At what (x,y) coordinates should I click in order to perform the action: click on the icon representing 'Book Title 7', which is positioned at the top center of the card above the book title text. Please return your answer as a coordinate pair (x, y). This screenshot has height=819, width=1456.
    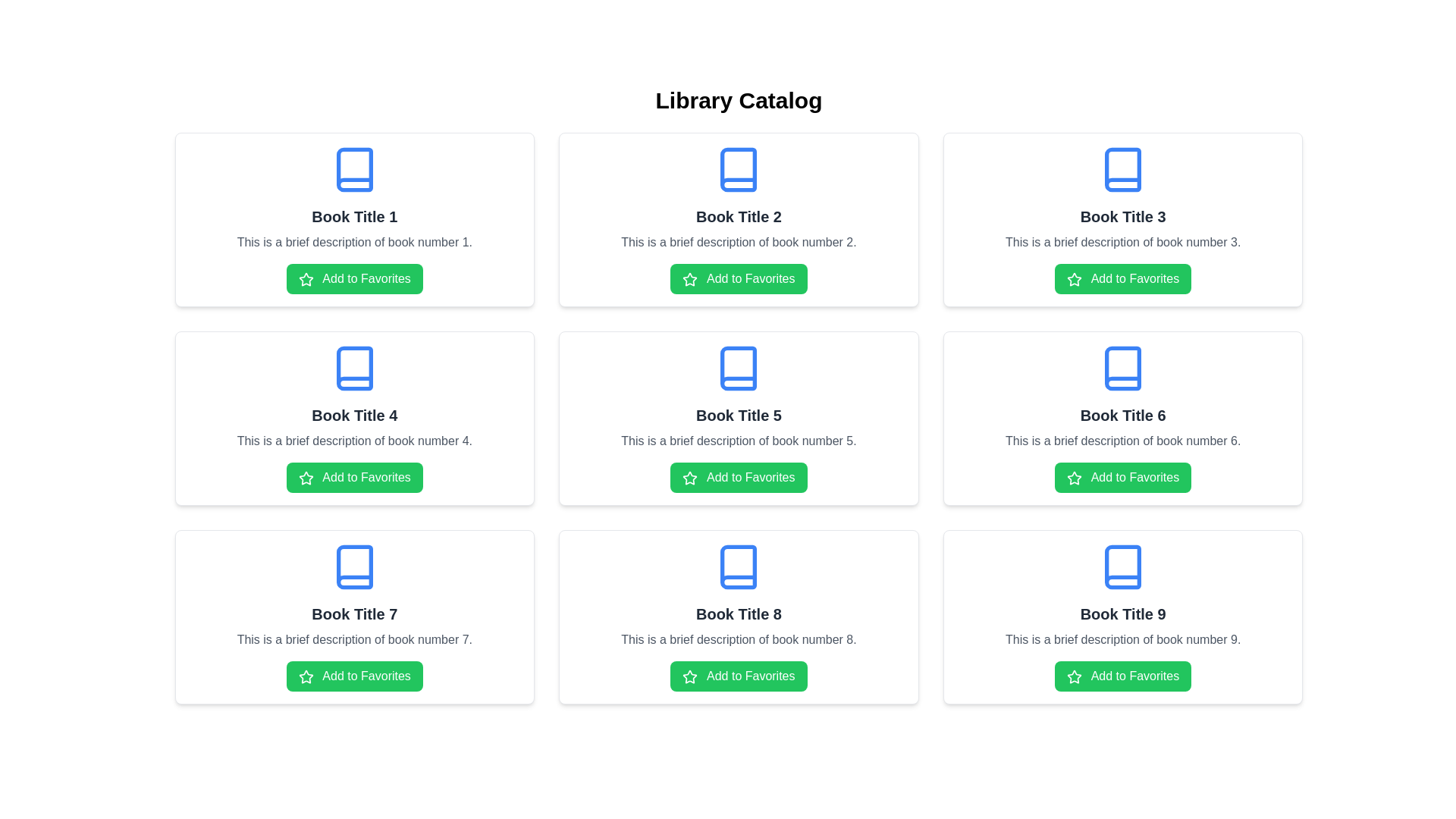
    Looking at the image, I should click on (353, 567).